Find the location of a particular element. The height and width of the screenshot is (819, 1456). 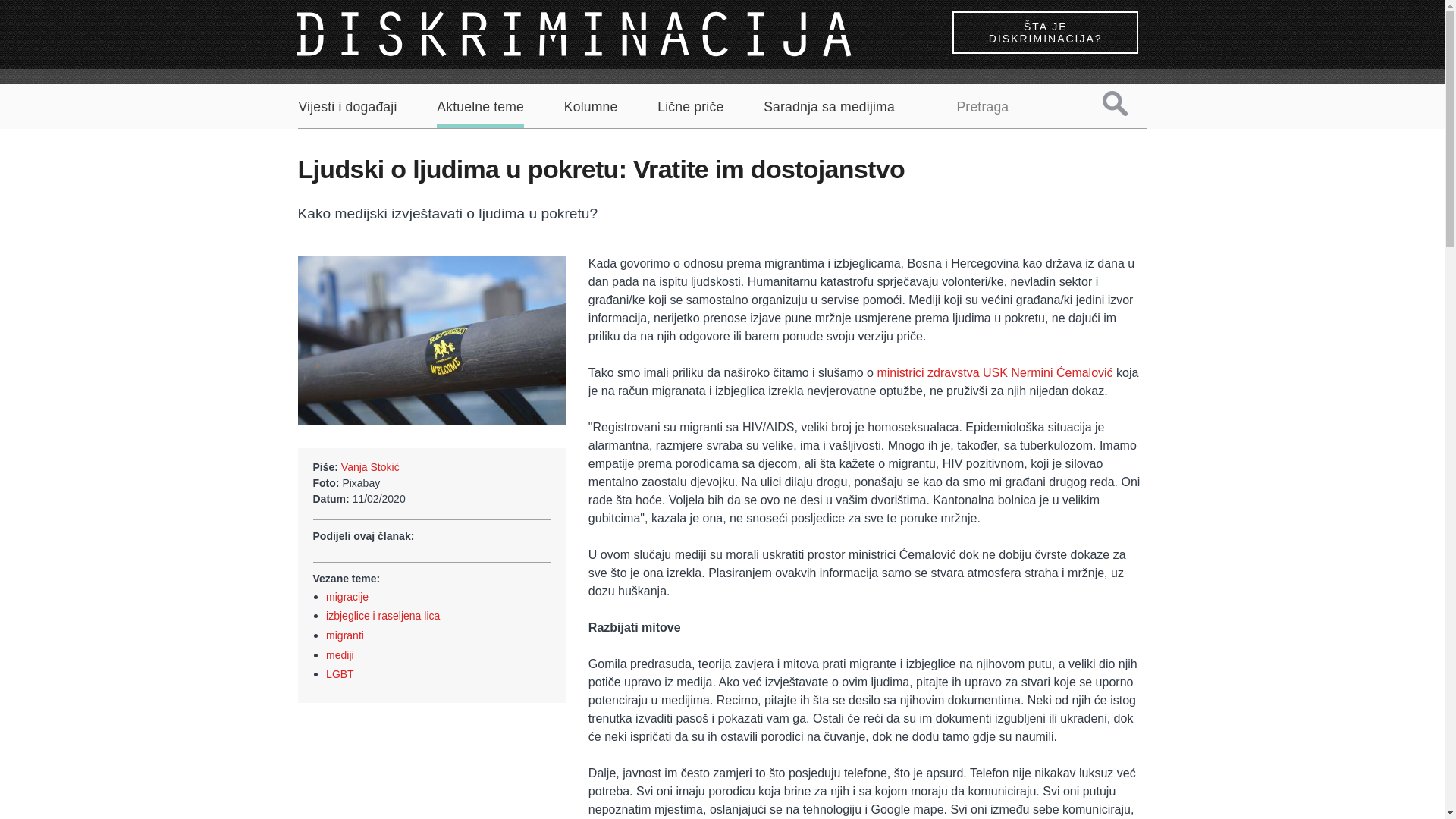

'Aktuelne teme' is located at coordinates (479, 113).